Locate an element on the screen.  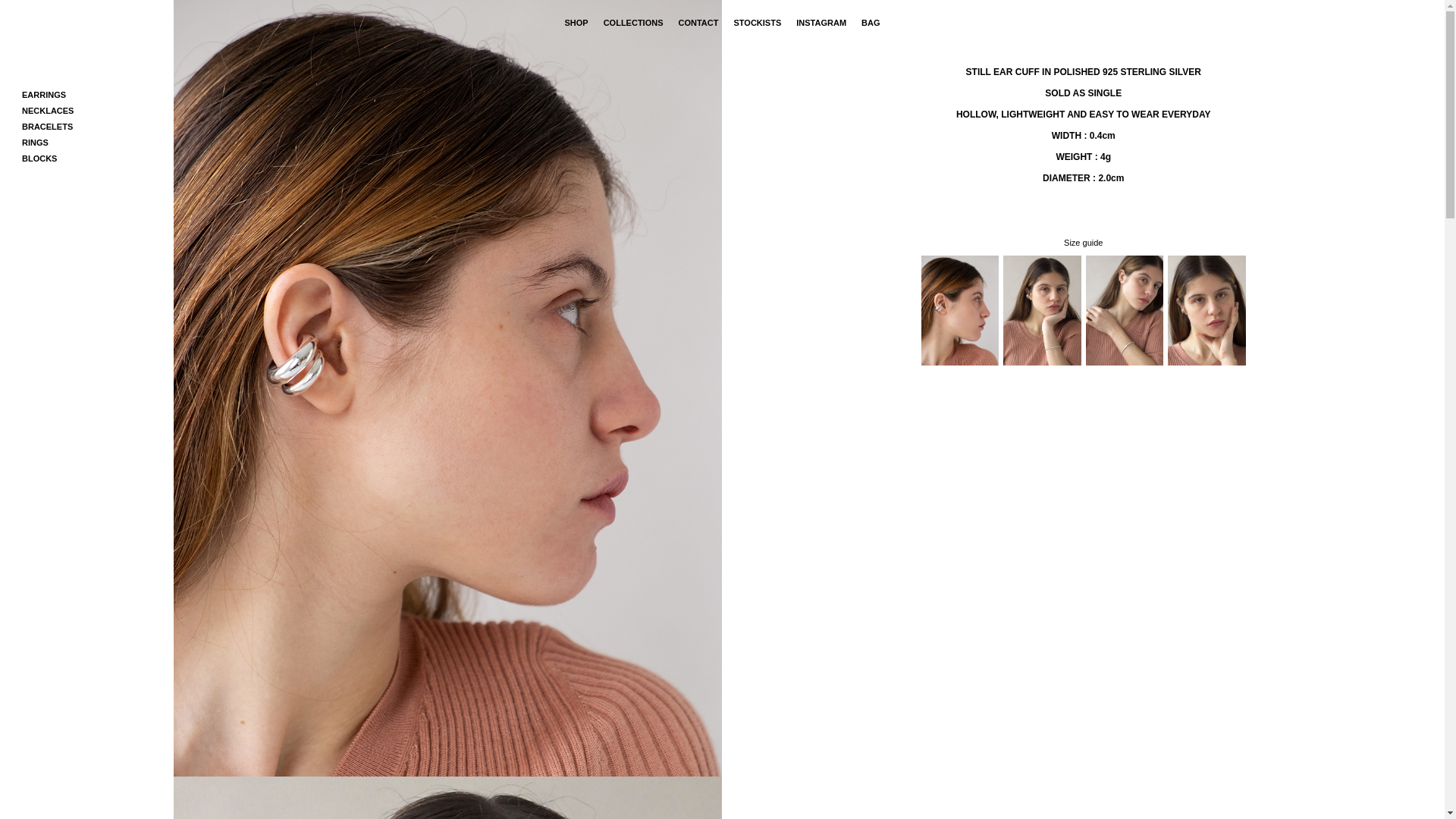
'BLOCKS' is located at coordinates (39, 158).